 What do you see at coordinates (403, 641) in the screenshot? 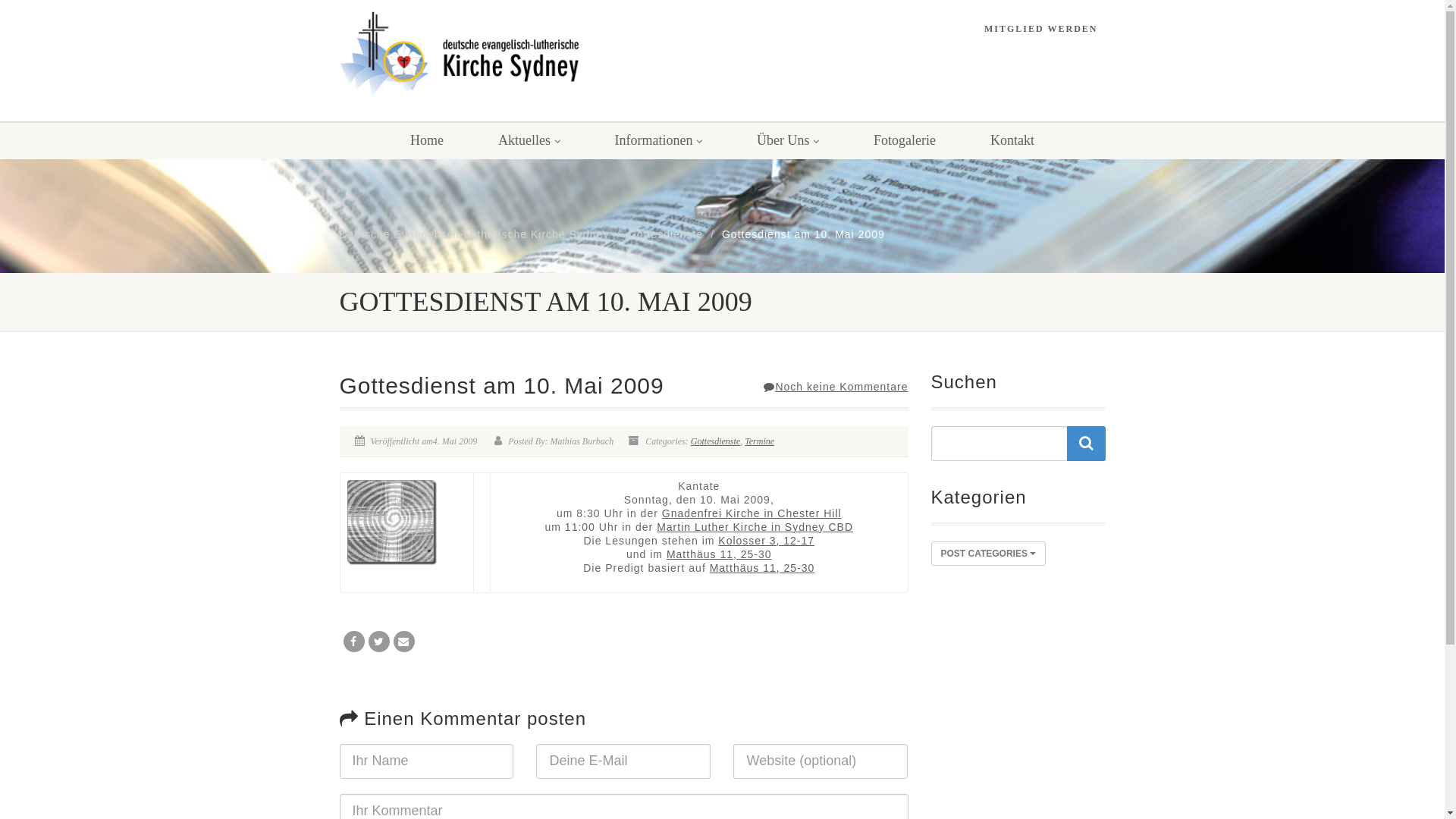
I see `'Email'` at bounding box center [403, 641].